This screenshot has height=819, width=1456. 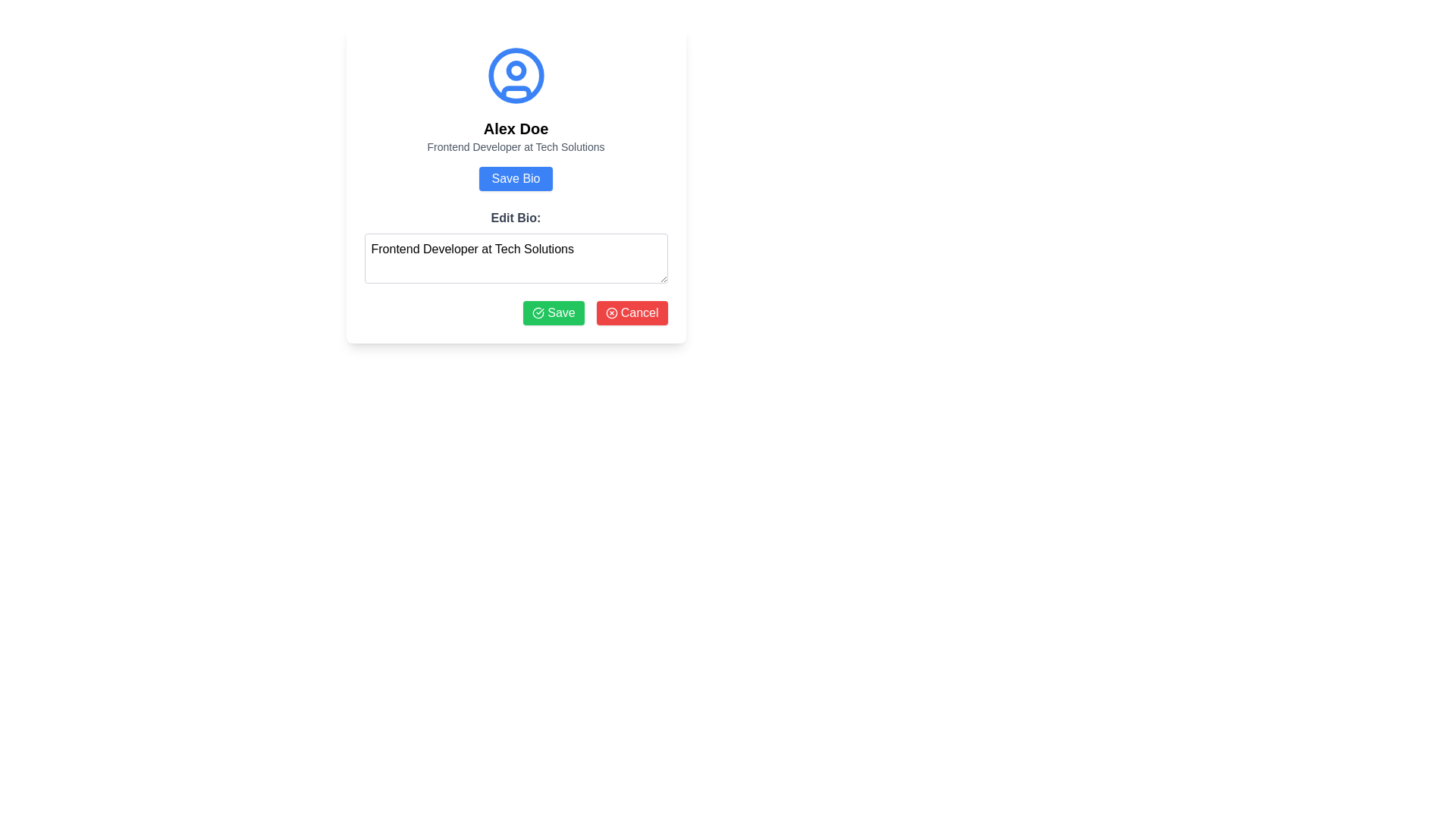 I want to click on the circular SVG graphic which is styled as a thinly stroked circle and is located in the center-right area of the layout, so click(x=611, y=312).